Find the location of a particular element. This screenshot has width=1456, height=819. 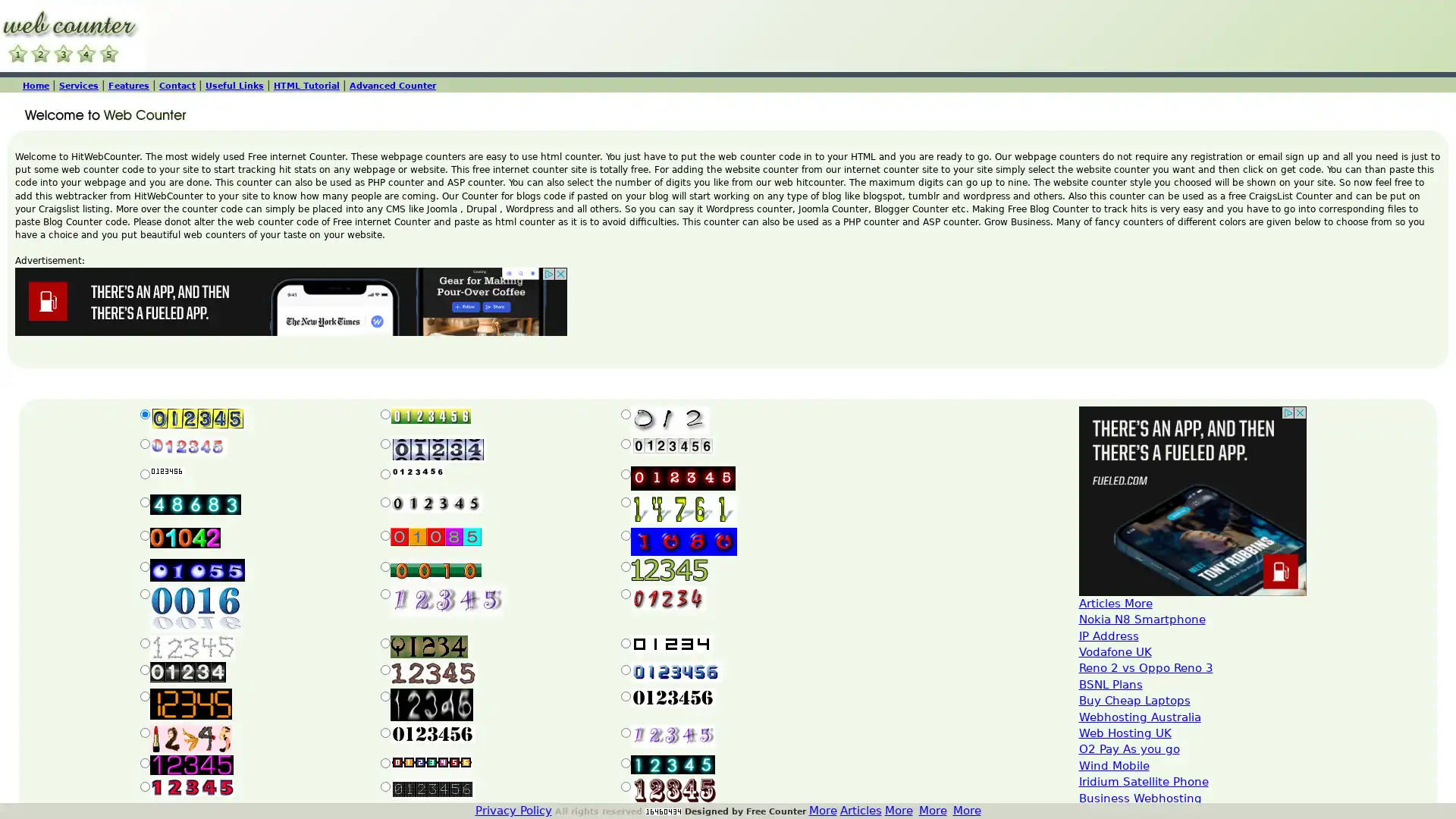

Submit is located at coordinates (431, 733).